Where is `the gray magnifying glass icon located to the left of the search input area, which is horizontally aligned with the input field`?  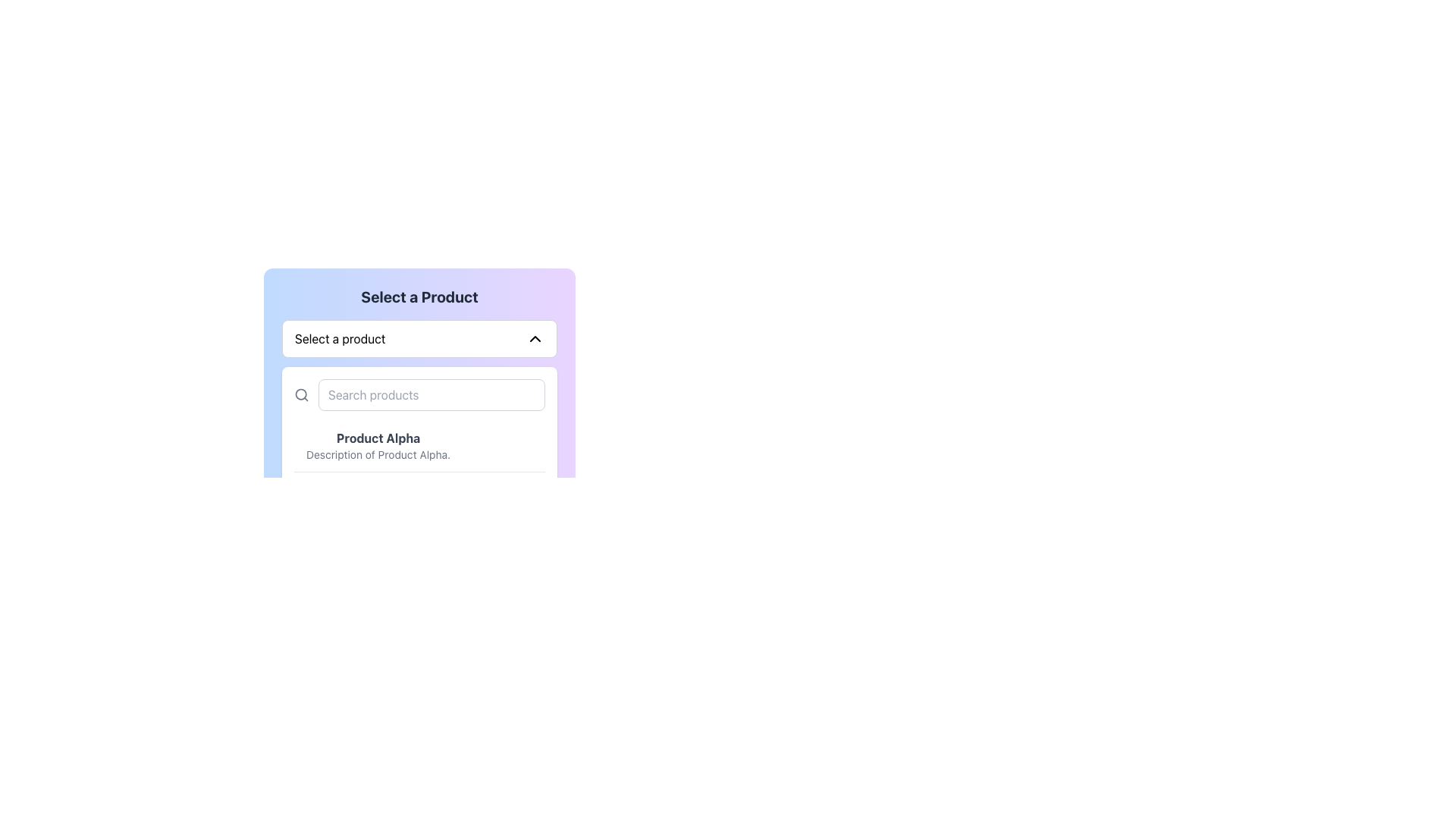 the gray magnifying glass icon located to the left of the search input area, which is horizontally aligned with the input field is located at coordinates (302, 394).